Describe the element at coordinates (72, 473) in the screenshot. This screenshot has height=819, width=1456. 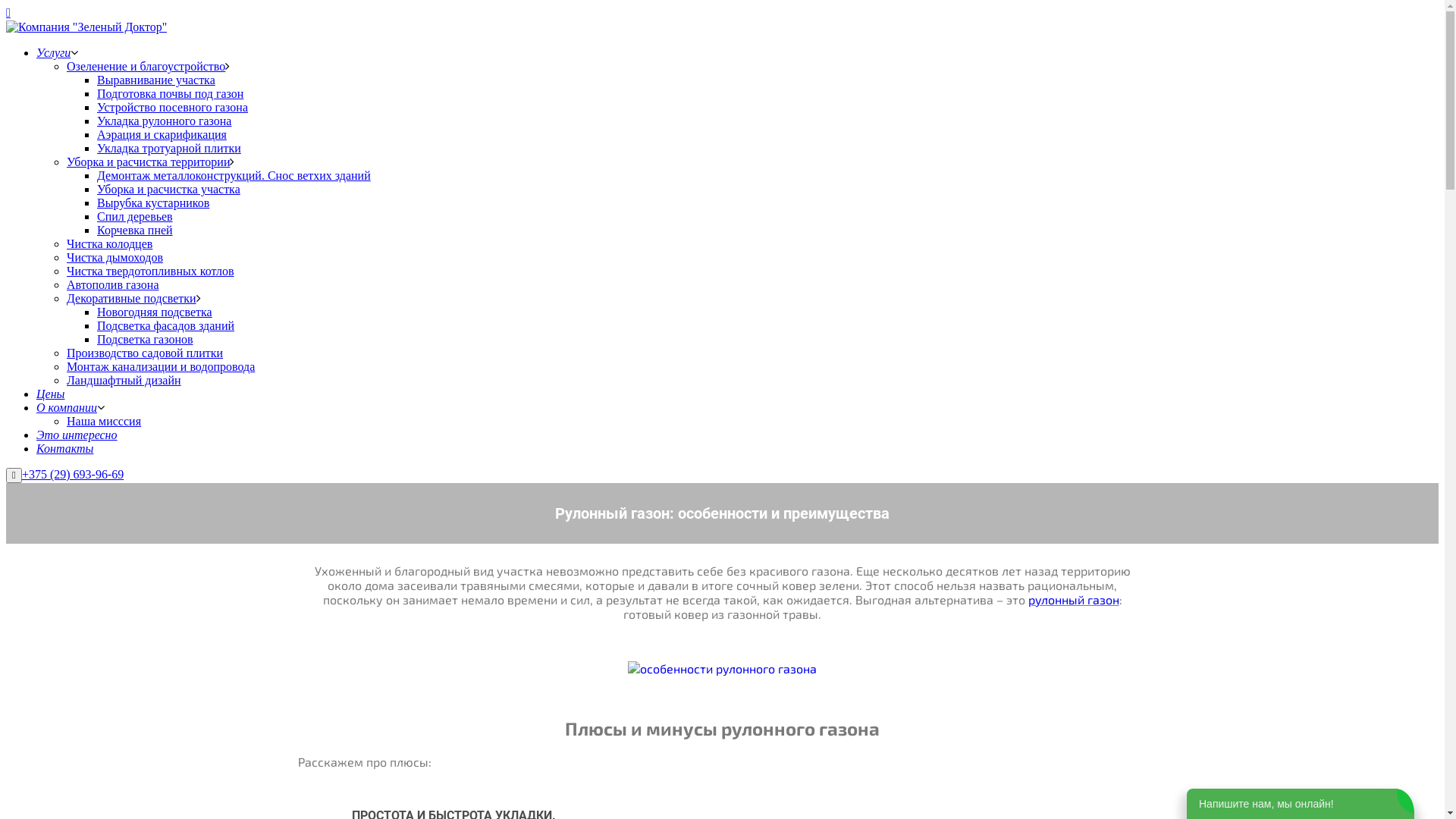
I see `'+375 (29) 693-96-69'` at that location.